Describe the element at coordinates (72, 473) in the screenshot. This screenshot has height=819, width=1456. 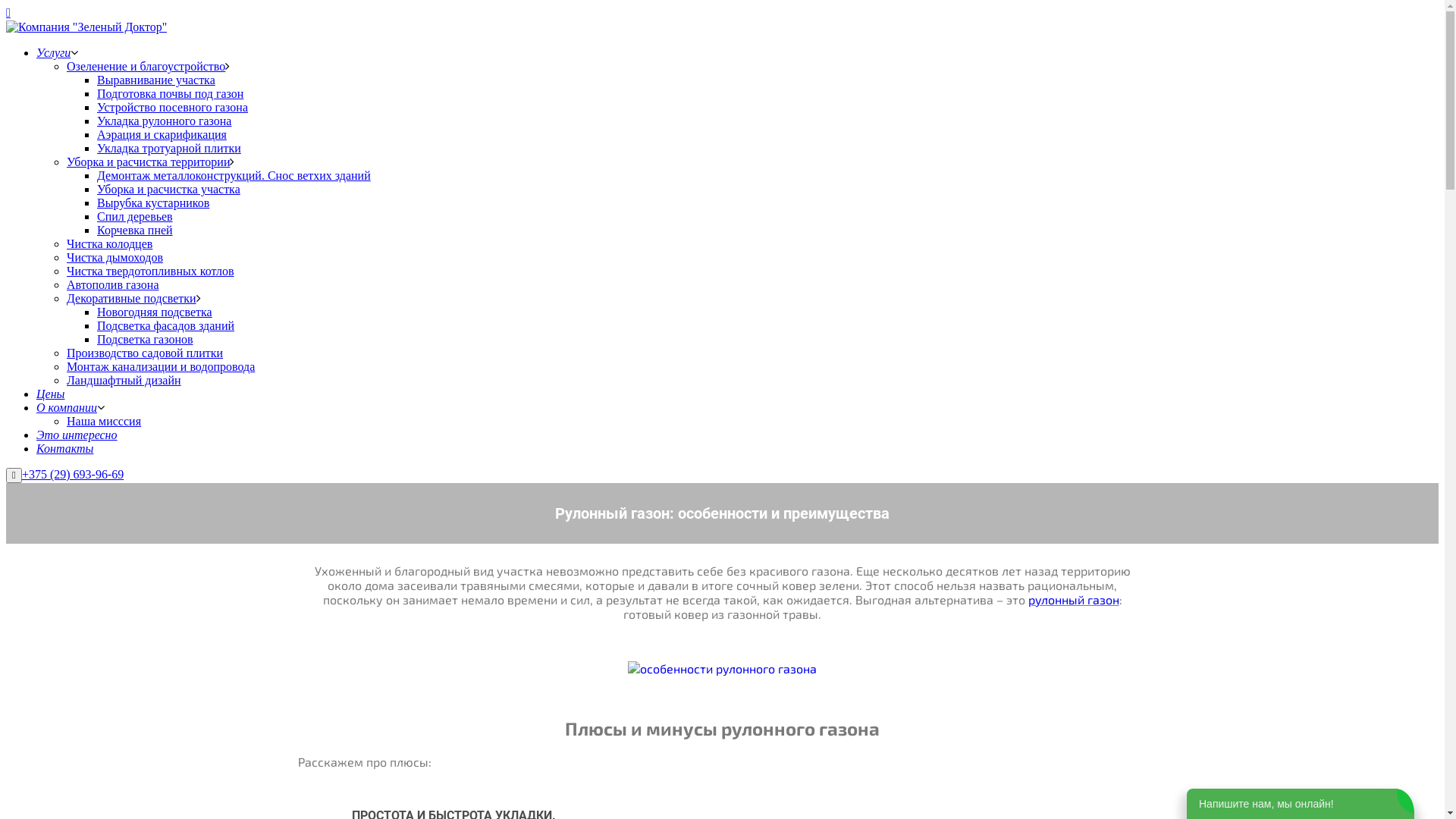
I see `'+375 (29) 693-96-69'` at that location.